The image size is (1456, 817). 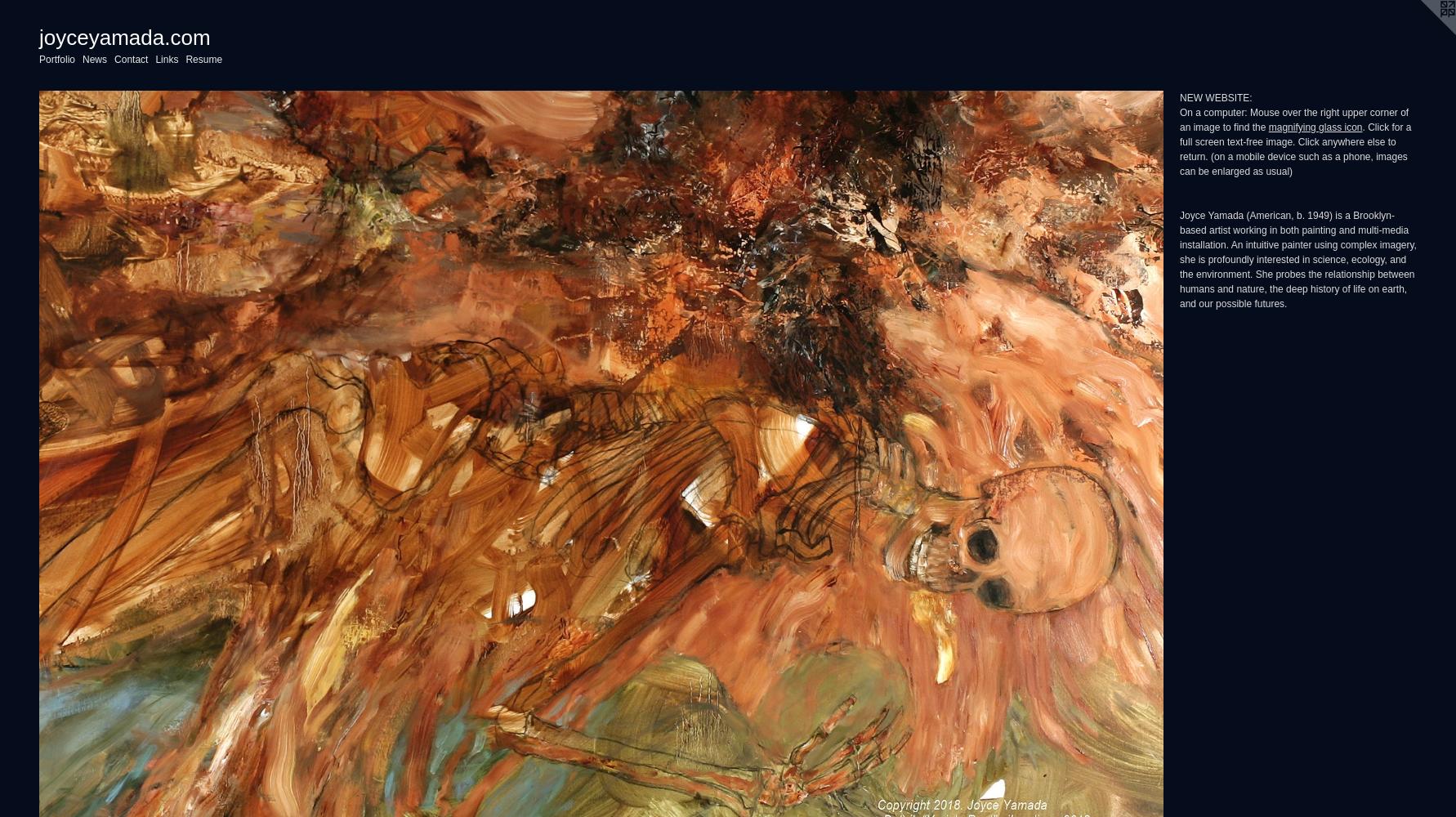 What do you see at coordinates (203, 59) in the screenshot?
I see `'Resume'` at bounding box center [203, 59].